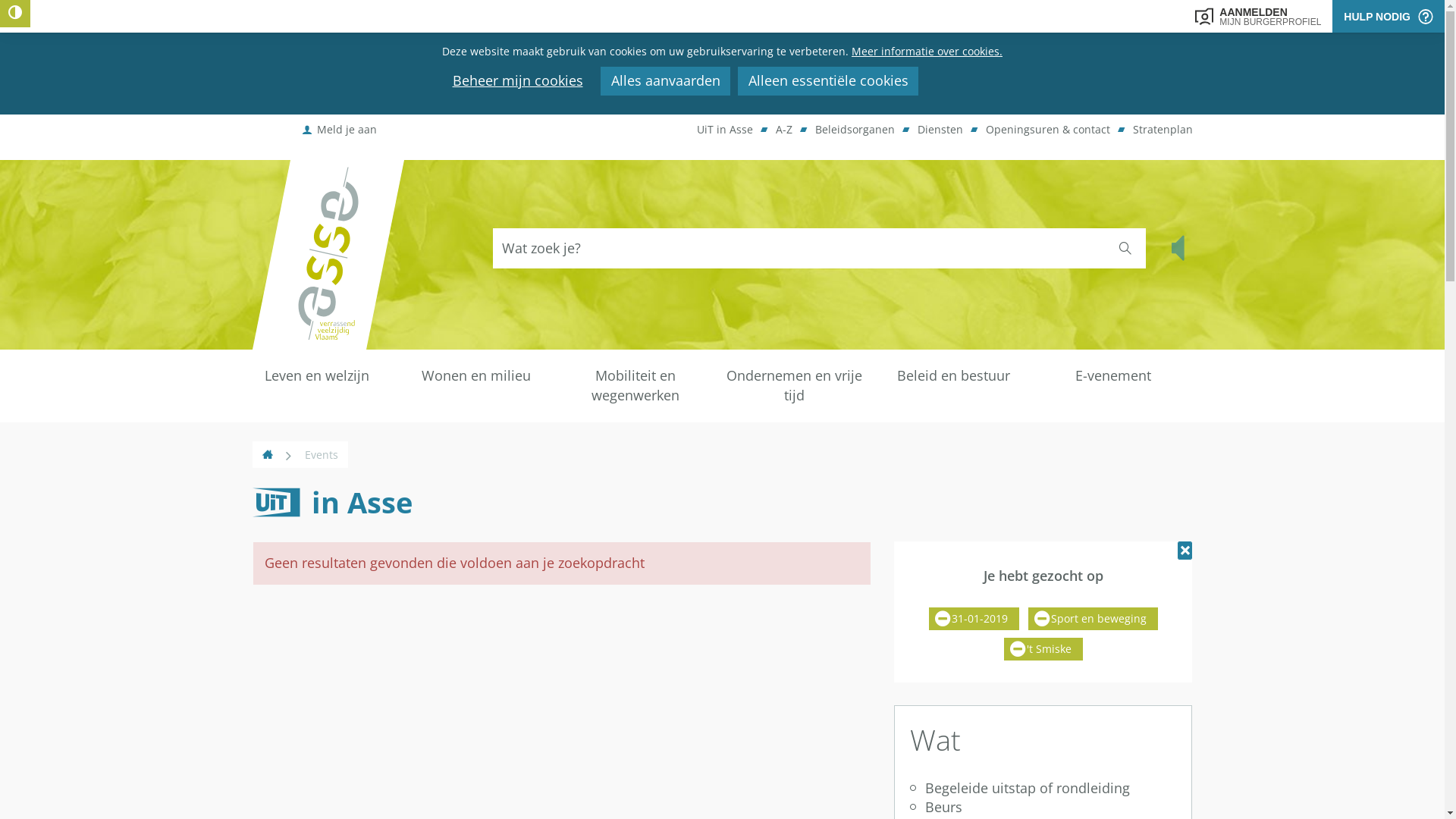 The height and width of the screenshot is (819, 1456). Describe the element at coordinates (1042, 788) in the screenshot. I see `'Begeleide uitstap of rondleiding'` at that location.